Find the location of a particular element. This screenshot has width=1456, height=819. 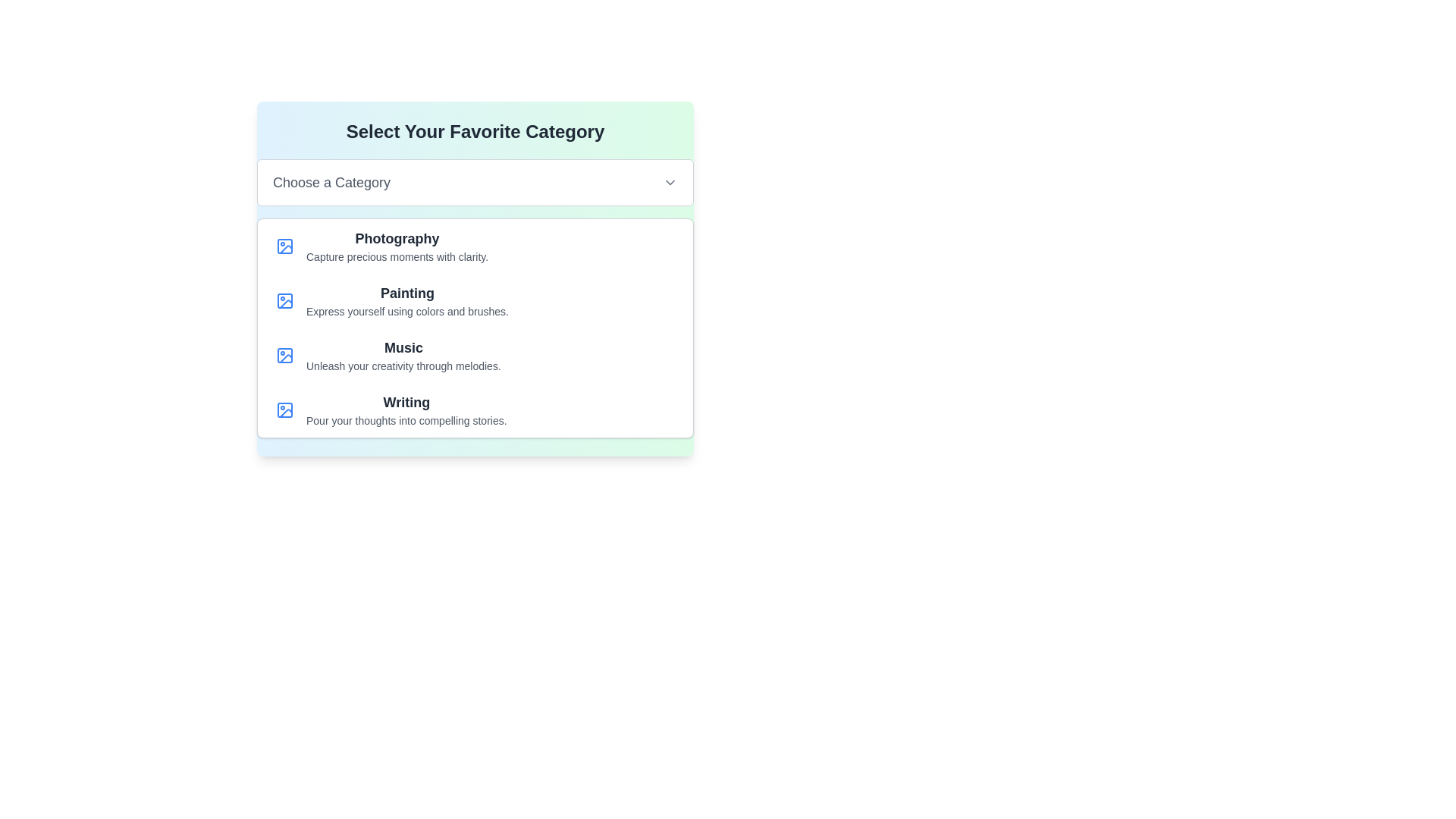

the triangular corner shape of the 'Writing' icon located in the lower-right corner of the icon within the fourth row of the list panel is located at coordinates (286, 413).